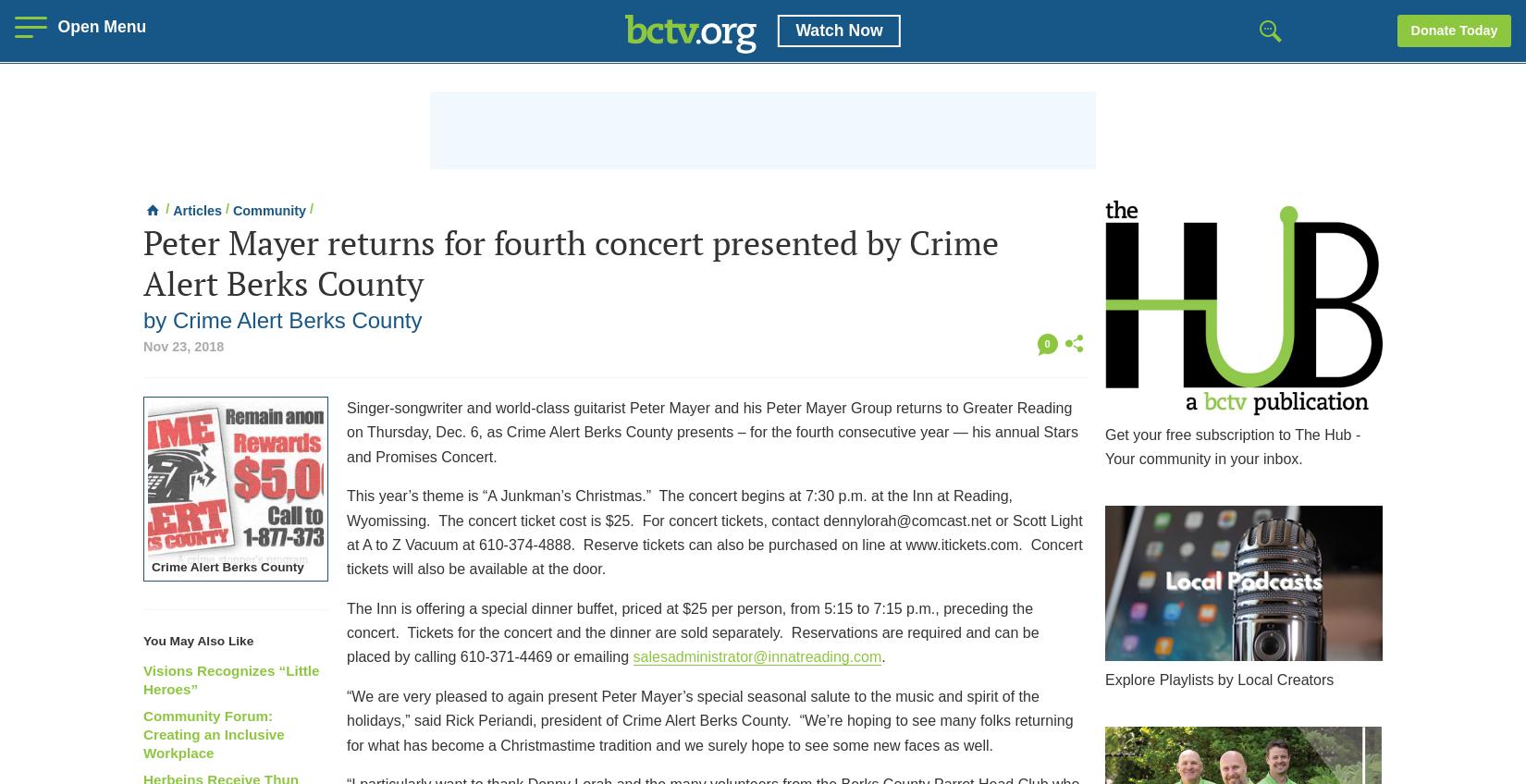 The height and width of the screenshot is (784, 1526). I want to click on 'Pinterest', so click(1099, 432).